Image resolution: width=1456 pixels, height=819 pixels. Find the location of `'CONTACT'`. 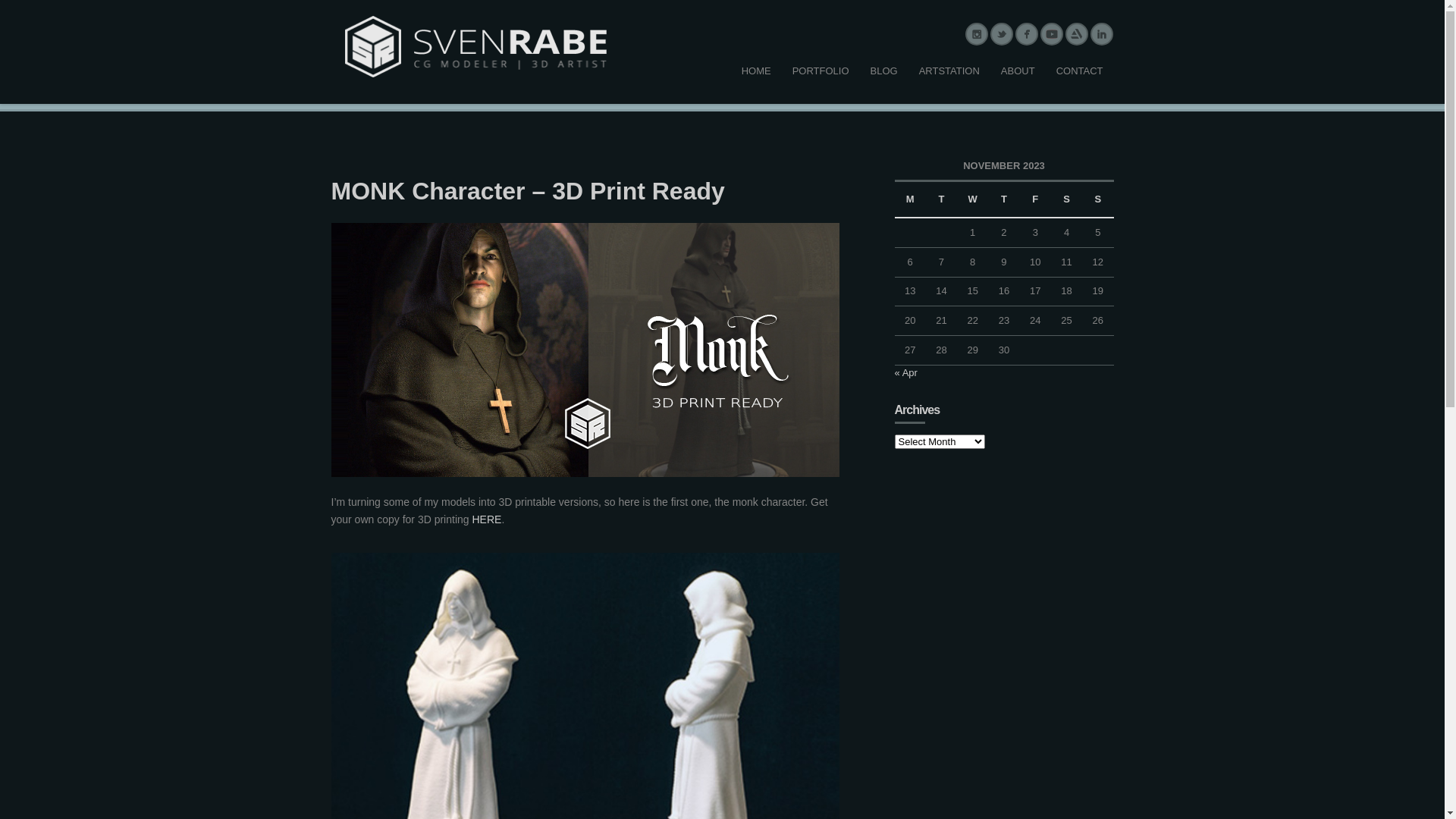

'CONTACT' is located at coordinates (1079, 71).